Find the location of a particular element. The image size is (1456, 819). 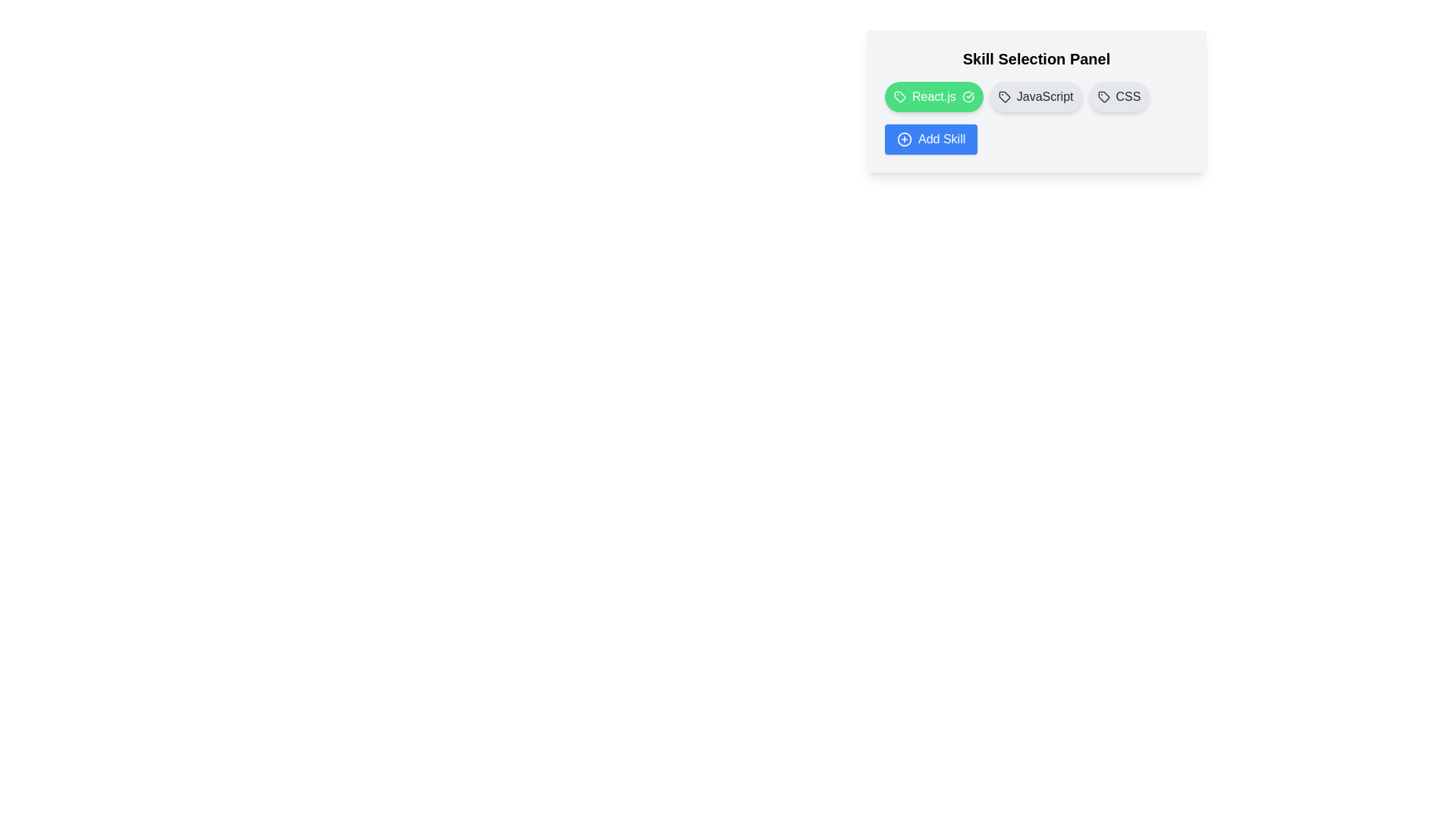

the 'CSS' skill tag, which is the third tag in the horizontally arranged Skill Selection Panel, featuring a light gray background and dark gray text is located at coordinates (1119, 96).